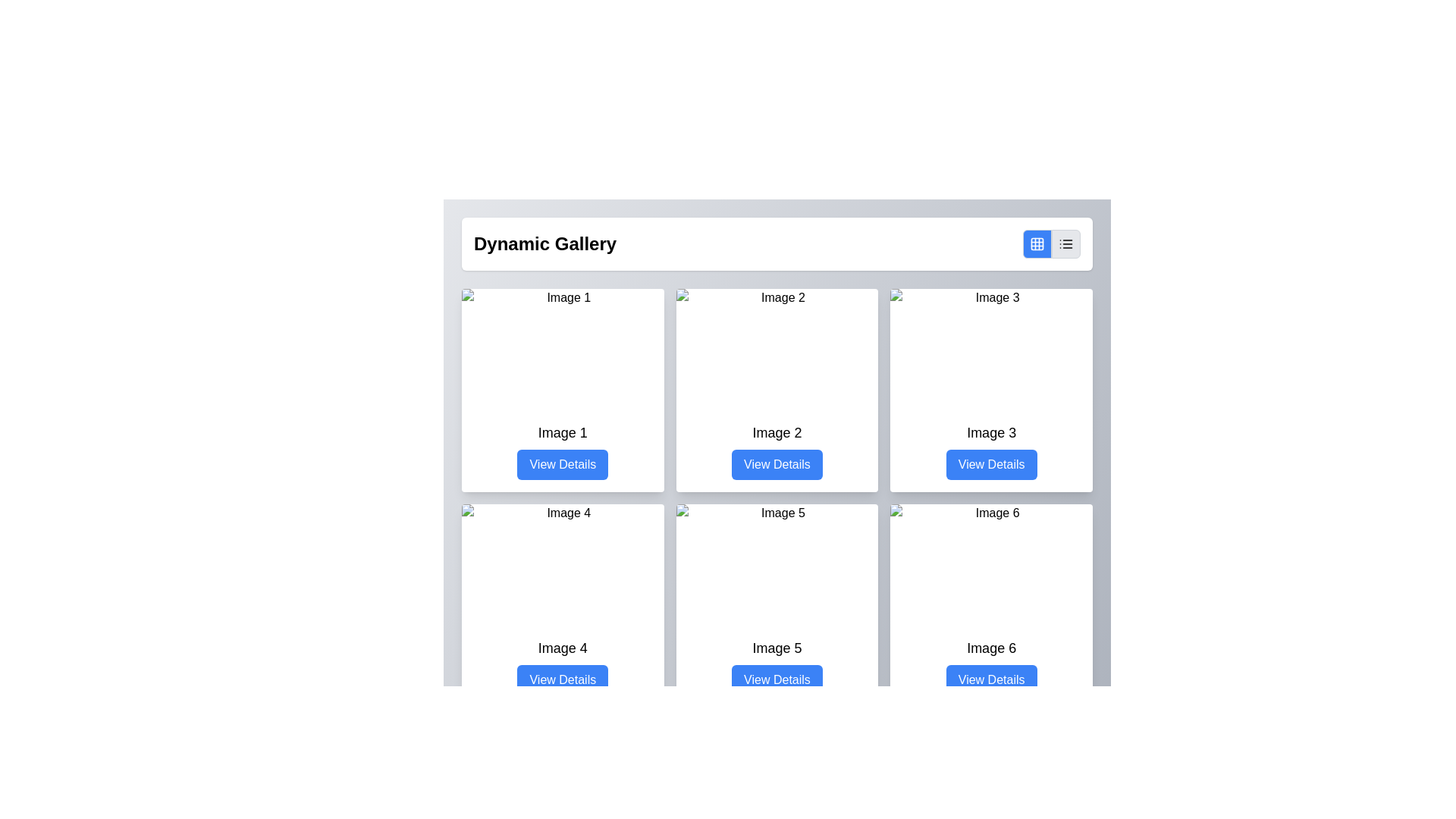 This screenshot has height=819, width=1456. Describe the element at coordinates (1037, 243) in the screenshot. I see `the grid layout icon inside the toggle button located in the top-right corner of the interface` at that location.